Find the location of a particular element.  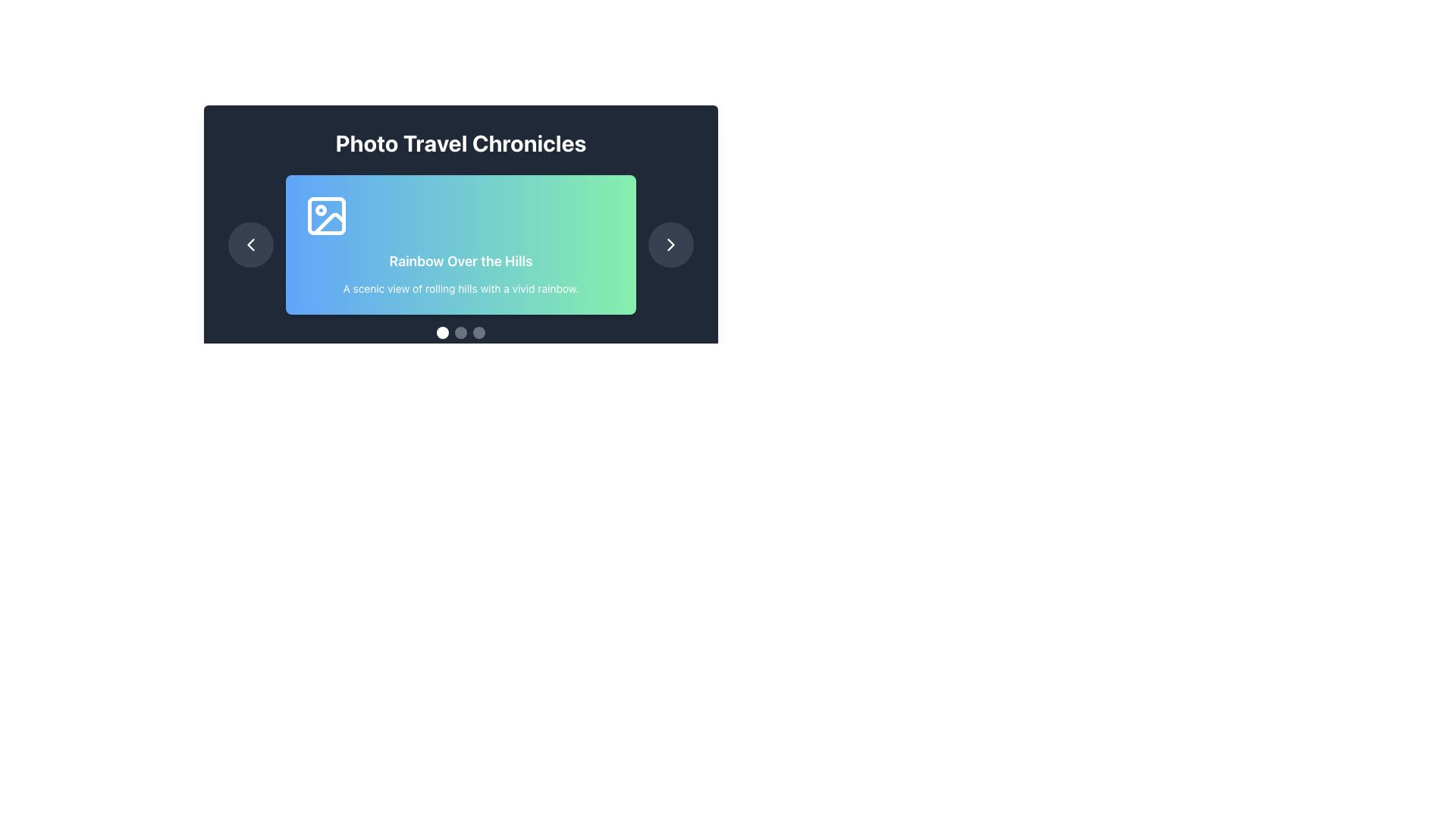

the icon representing an image with a mountain and sun or moon motif, located in the top-left section of the card above the text 'Rainbow Over the Hills' is located at coordinates (326, 216).